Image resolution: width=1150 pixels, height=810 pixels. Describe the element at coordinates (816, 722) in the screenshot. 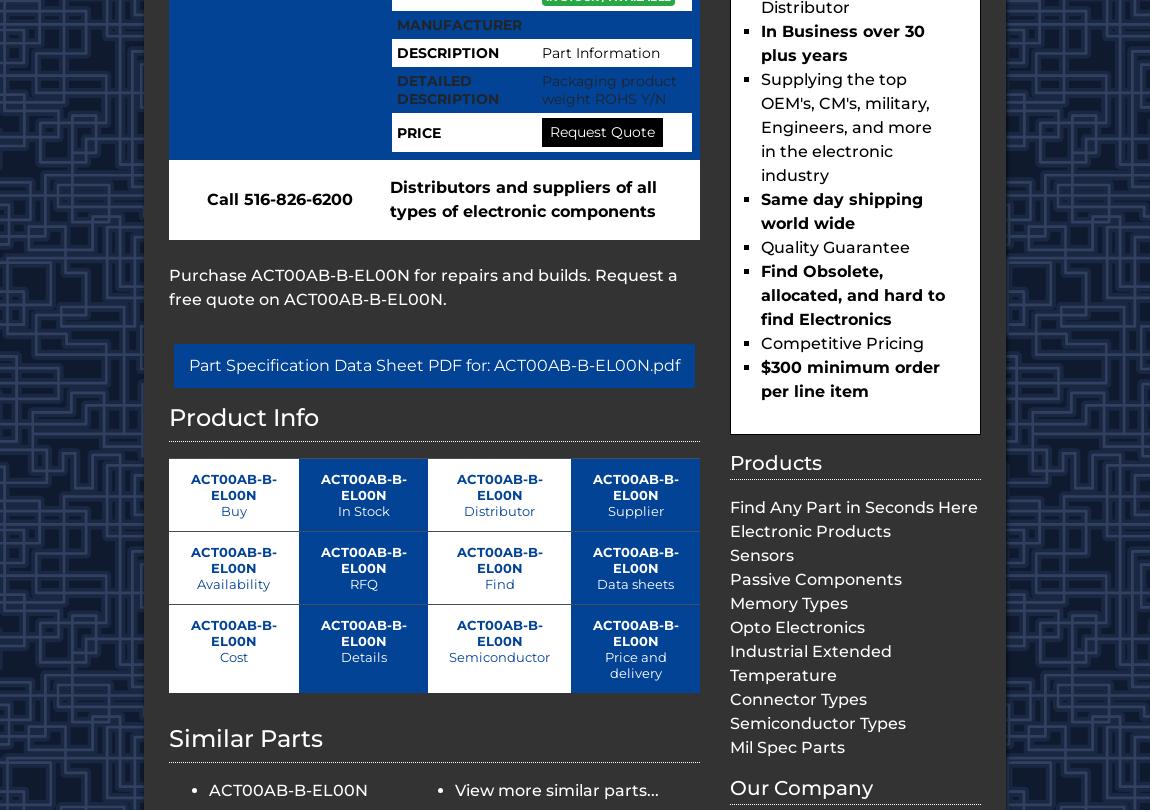

I see `'Semiconductor Types'` at that location.